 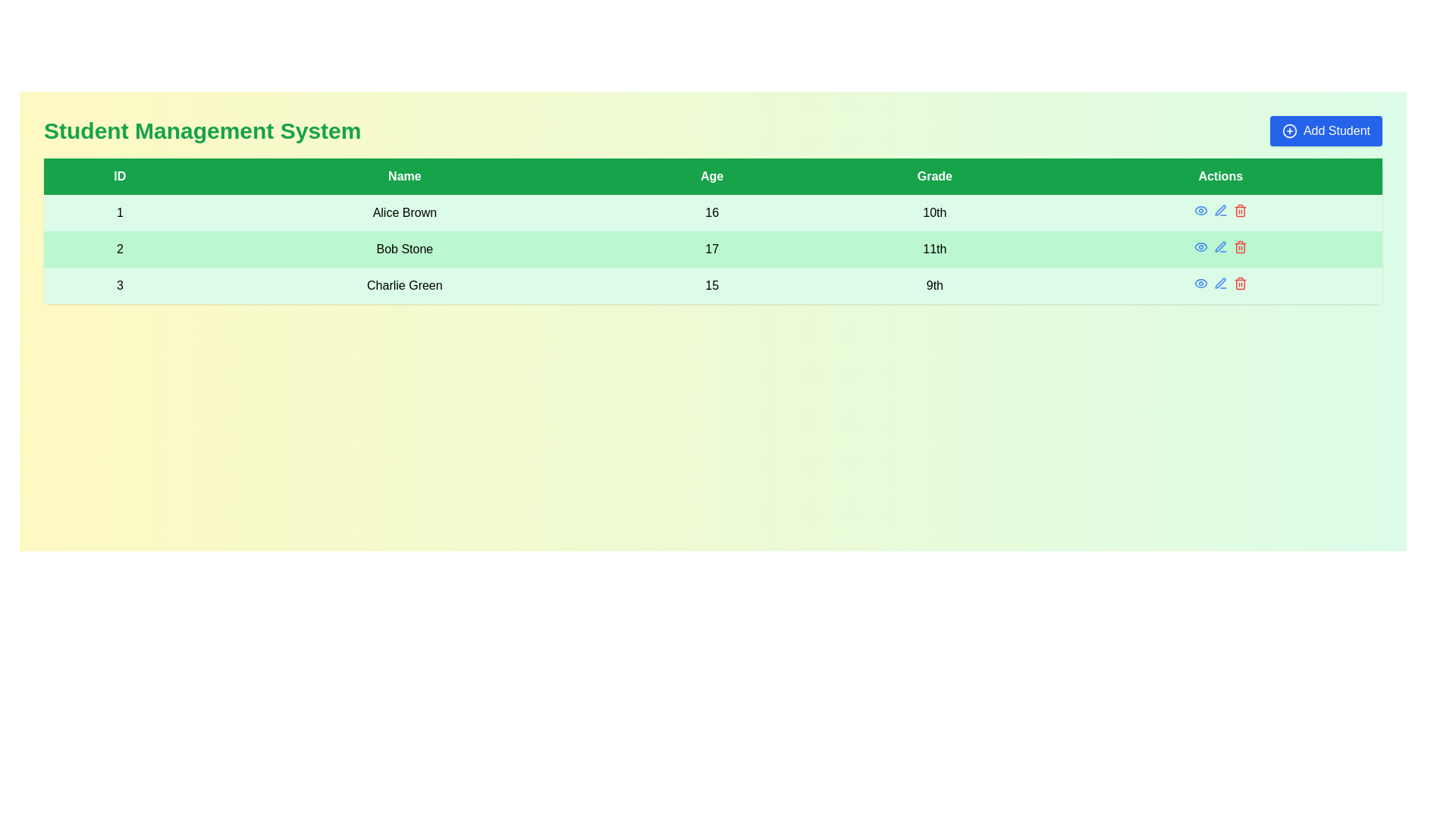 What do you see at coordinates (1240, 210) in the screenshot?
I see `the red trash can icon under the 'Actions' column in the second row of the student management table to initiate the delete action for 'Bob Stone'` at bounding box center [1240, 210].